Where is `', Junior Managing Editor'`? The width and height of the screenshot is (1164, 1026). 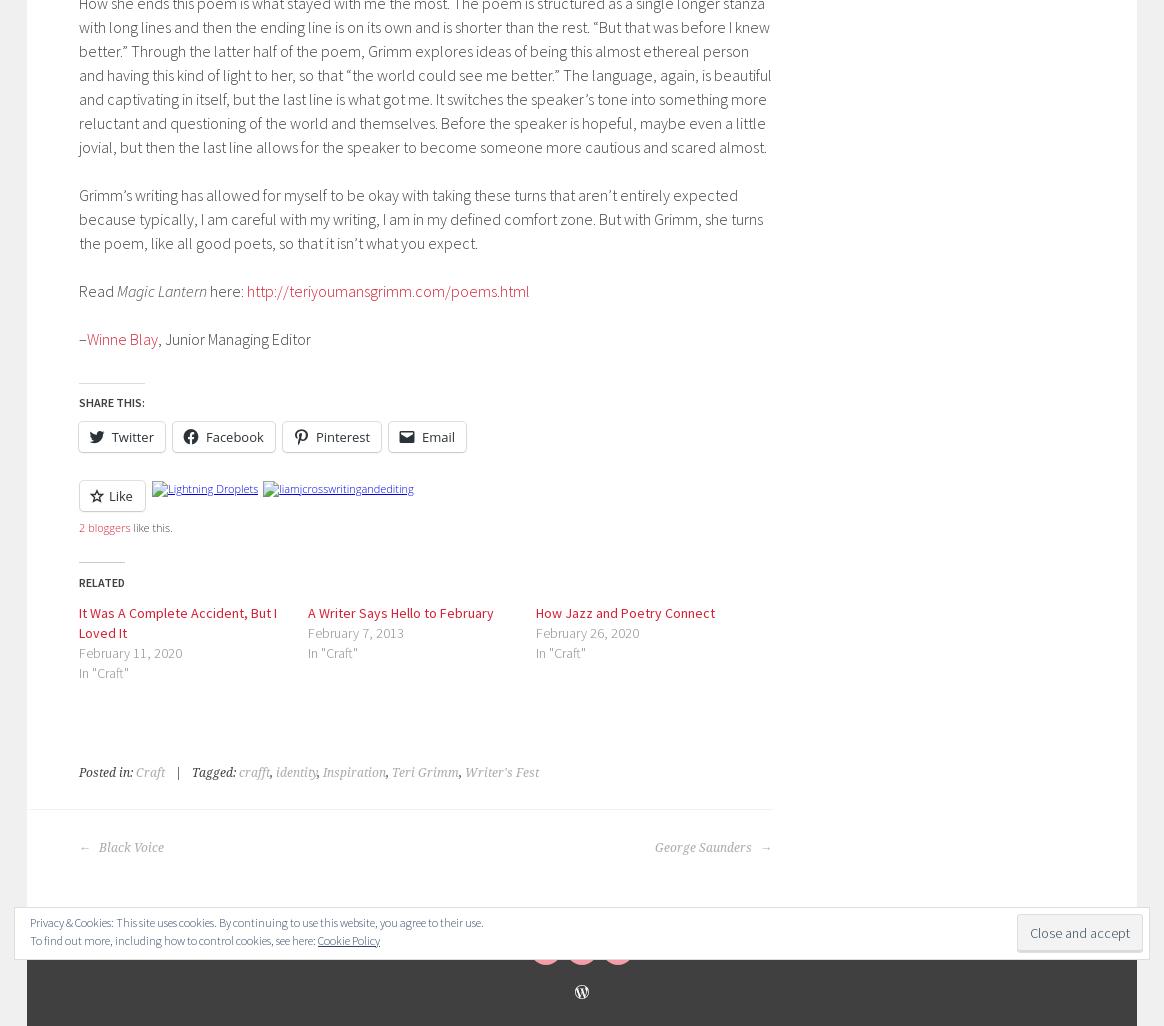 ', Junior Managing Editor' is located at coordinates (233, 337).